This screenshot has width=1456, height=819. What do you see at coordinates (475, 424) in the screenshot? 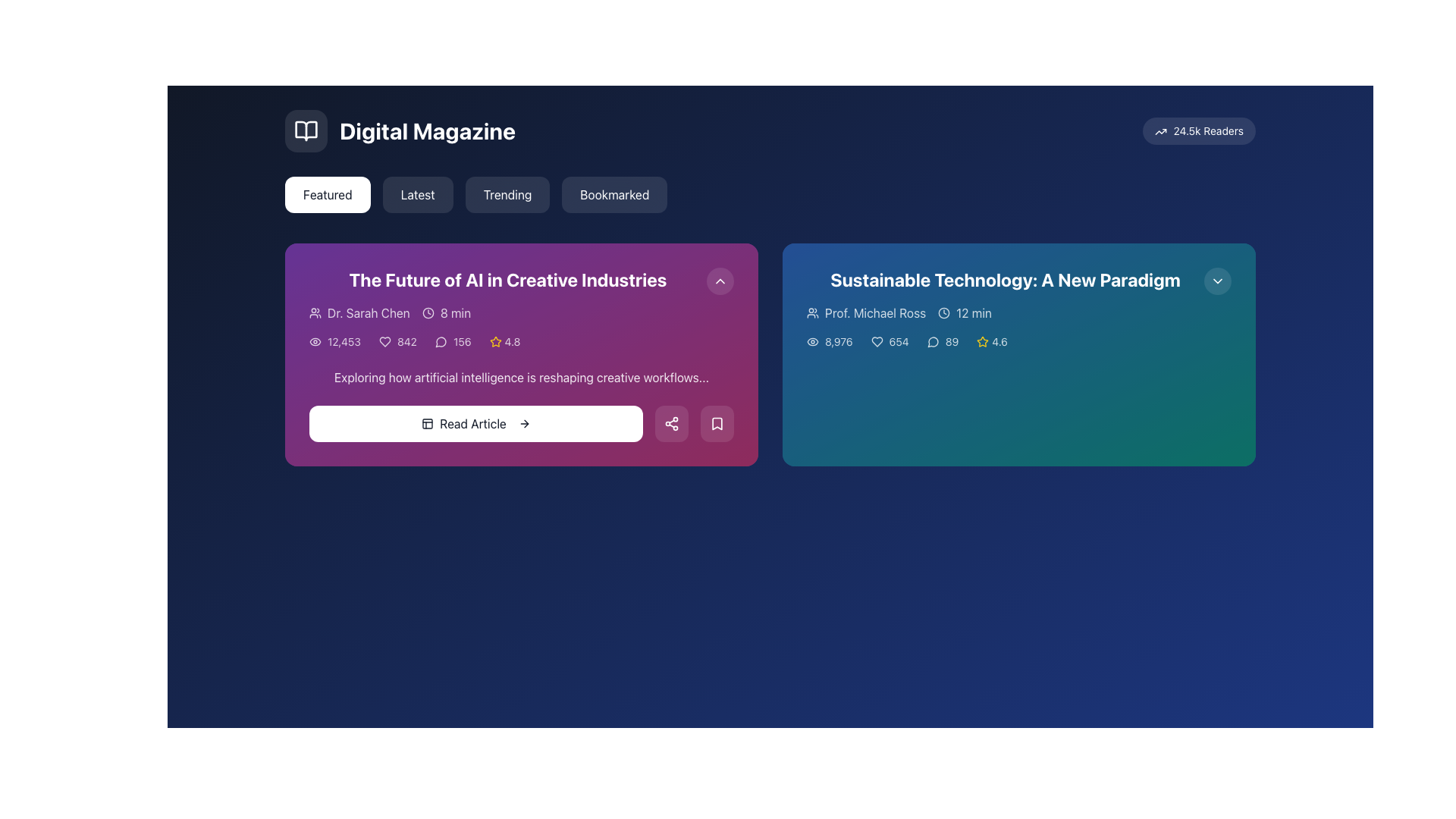
I see `the 'Read Article' button which is a rectangular interactive element with a white background and gray text, located in the first row of the card layout underneath the article titled 'The Future of AI in Creative Industries'` at bounding box center [475, 424].